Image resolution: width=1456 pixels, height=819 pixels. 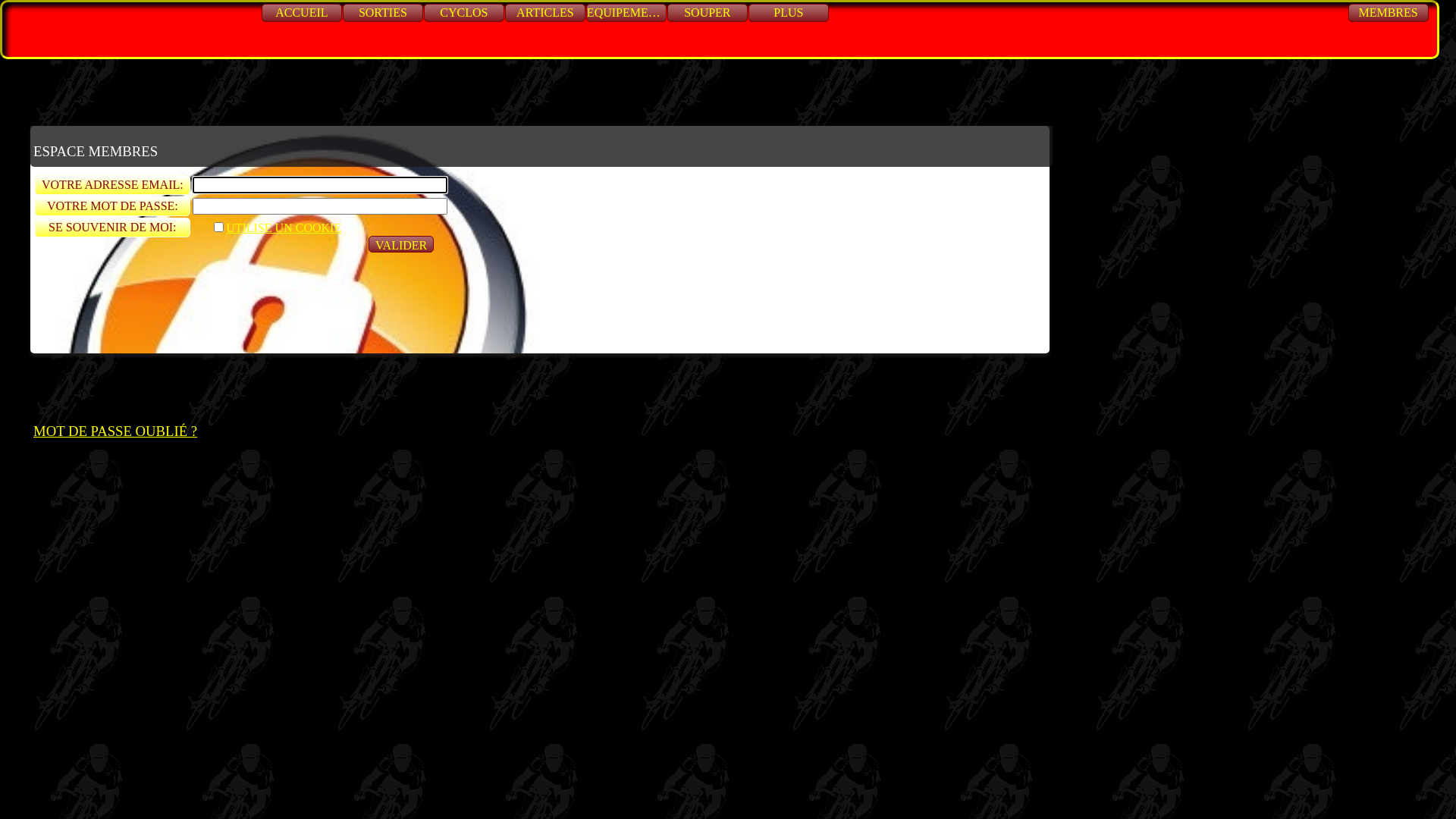 I want to click on 'CYCLOS', so click(x=463, y=12).